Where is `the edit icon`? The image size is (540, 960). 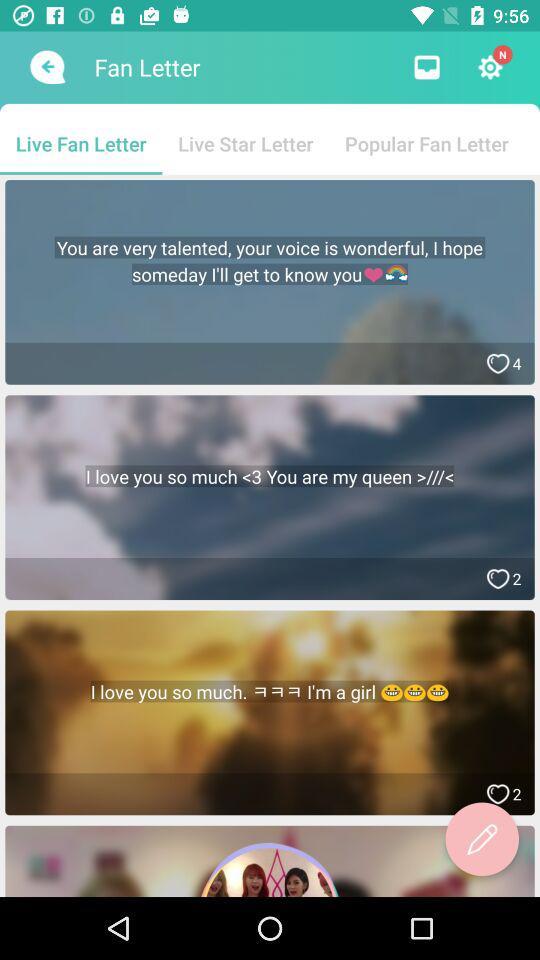 the edit icon is located at coordinates (481, 839).